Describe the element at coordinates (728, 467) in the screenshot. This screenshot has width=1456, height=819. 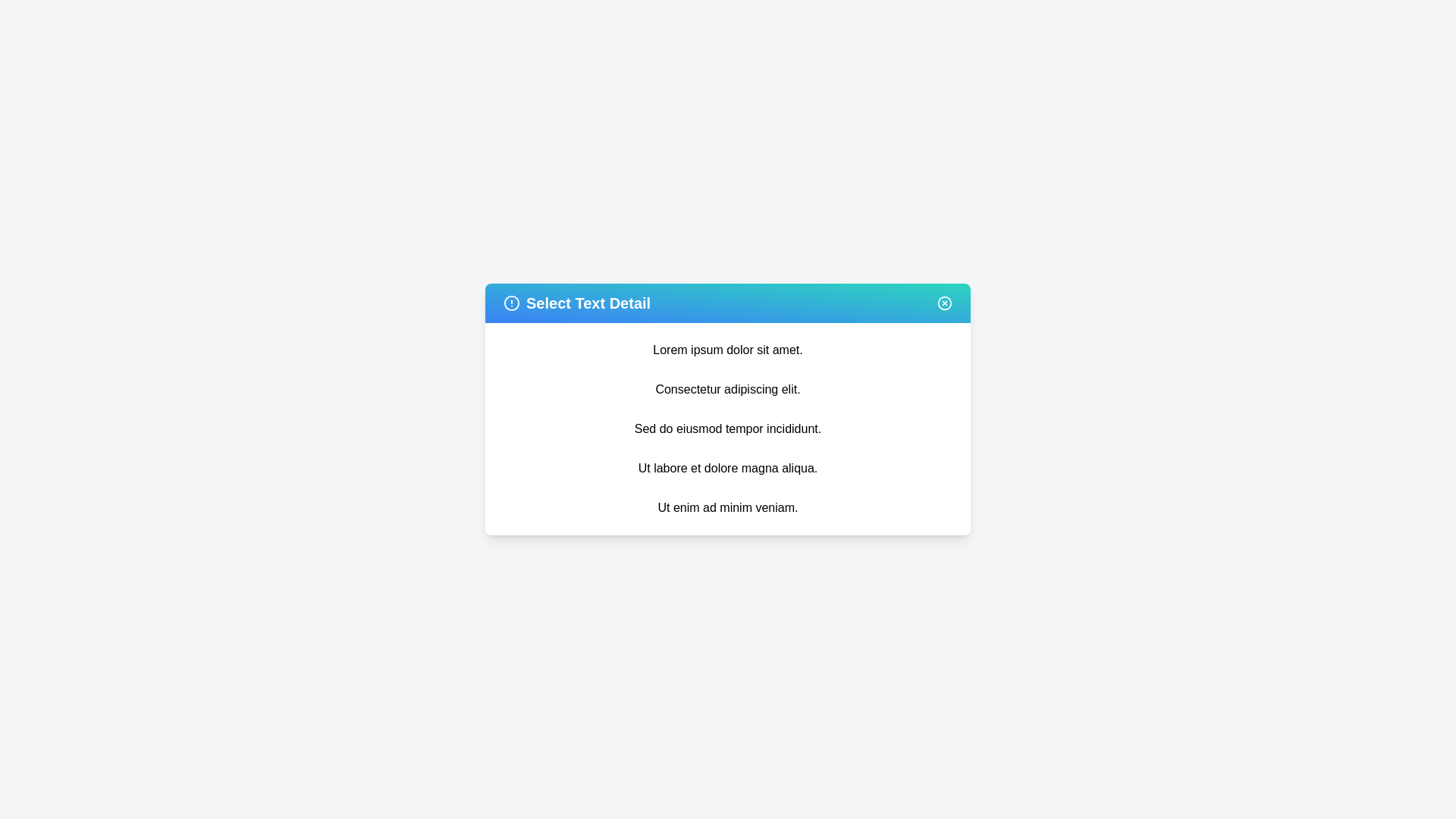
I see `the text item 'Ut labore et dolore magna aliqua.'` at that location.